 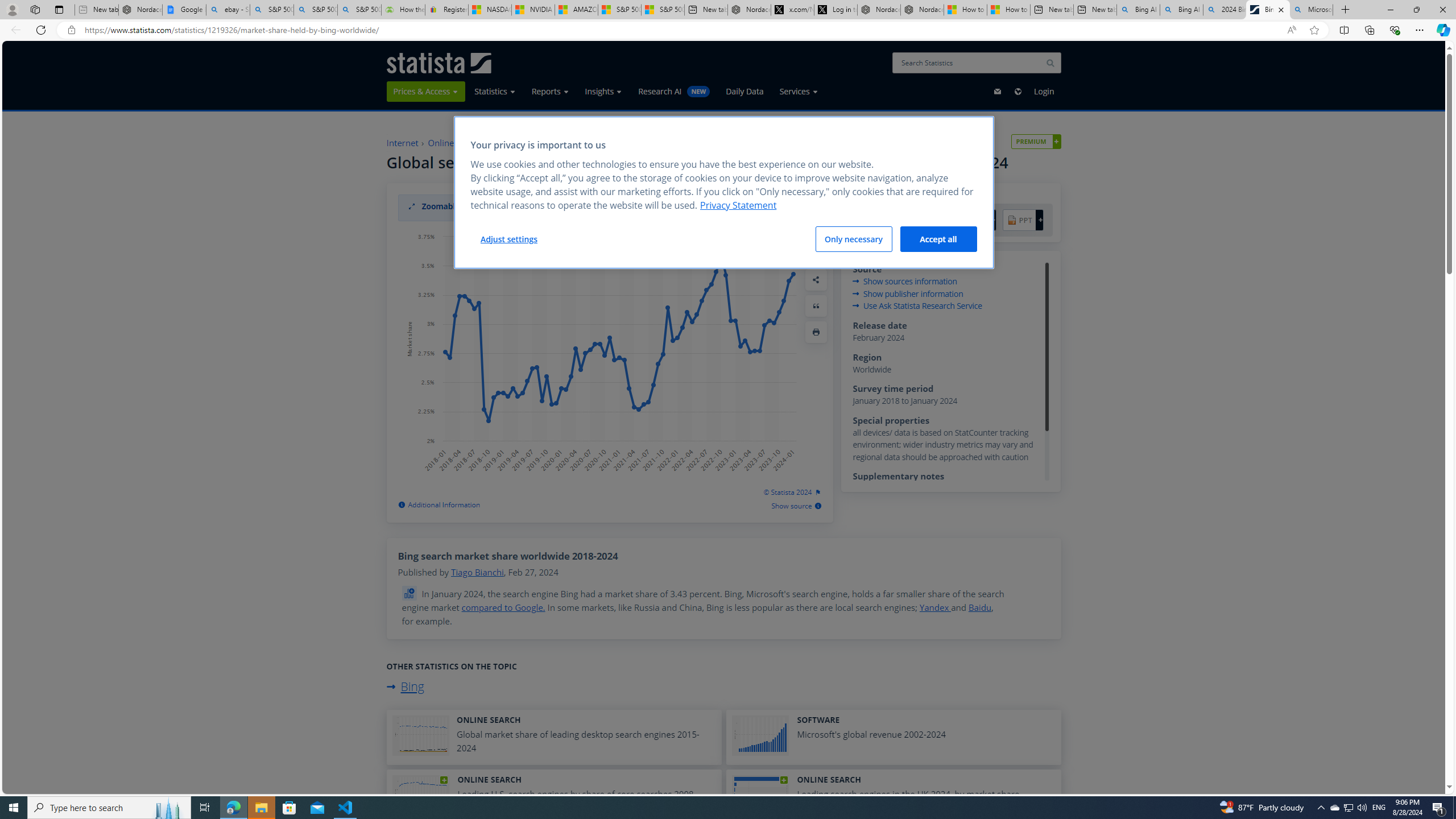 What do you see at coordinates (446, 9) in the screenshot?
I see `'Register: Create a personal eBay account'` at bounding box center [446, 9].